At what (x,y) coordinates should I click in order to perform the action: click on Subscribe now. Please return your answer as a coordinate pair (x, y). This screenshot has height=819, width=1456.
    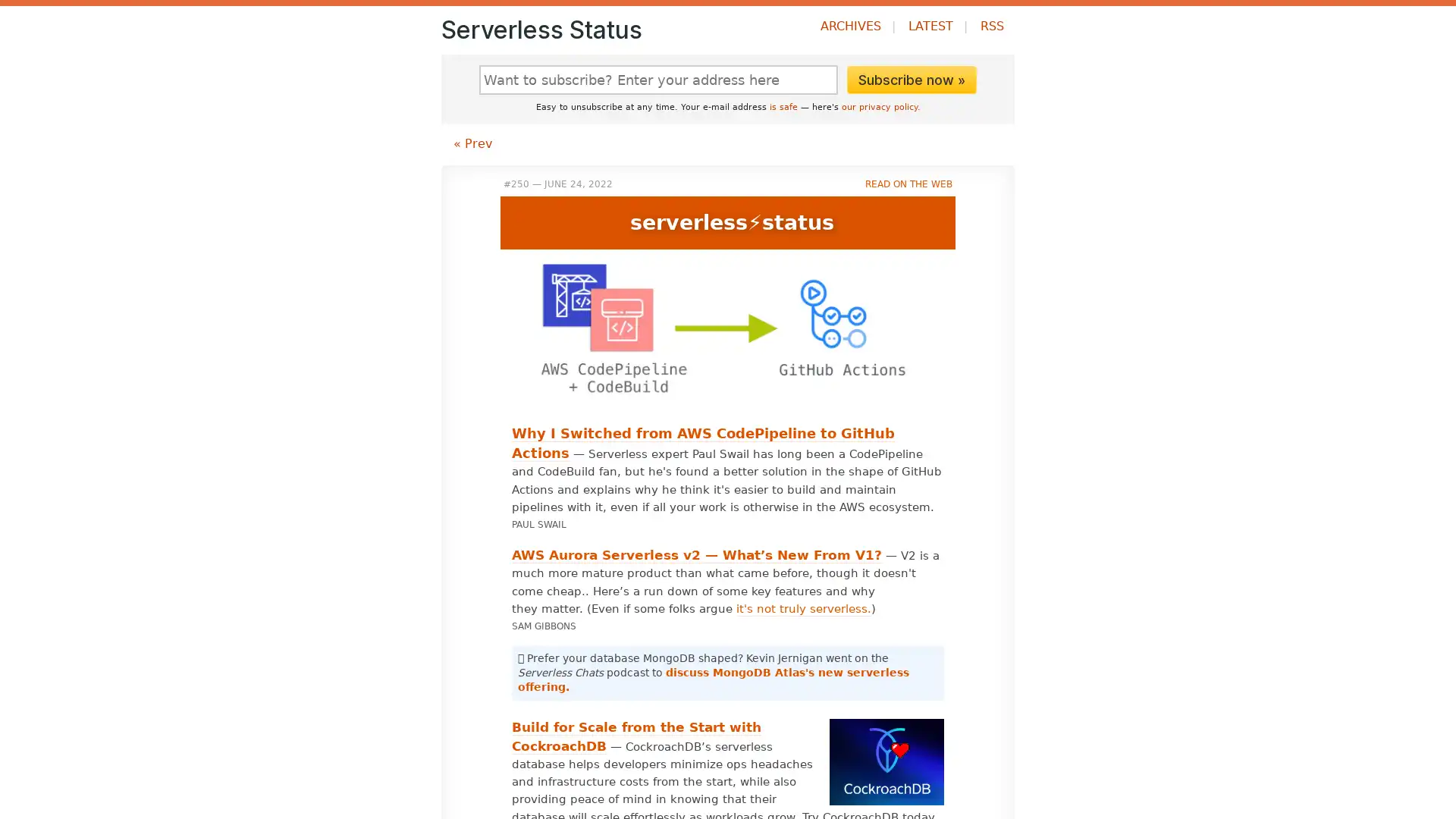
    Looking at the image, I should click on (911, 80).